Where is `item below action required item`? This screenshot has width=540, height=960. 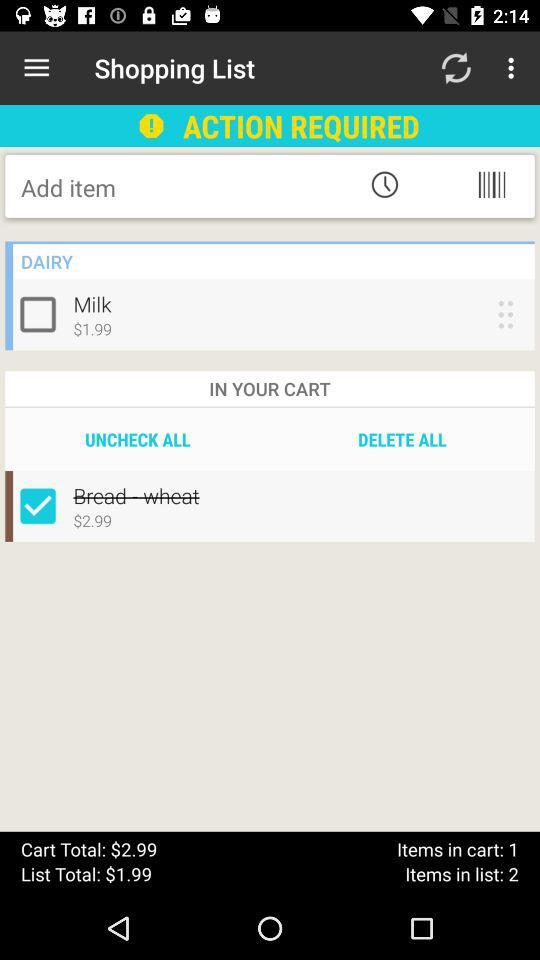
item below action required item is located at coordinates (384, 184).